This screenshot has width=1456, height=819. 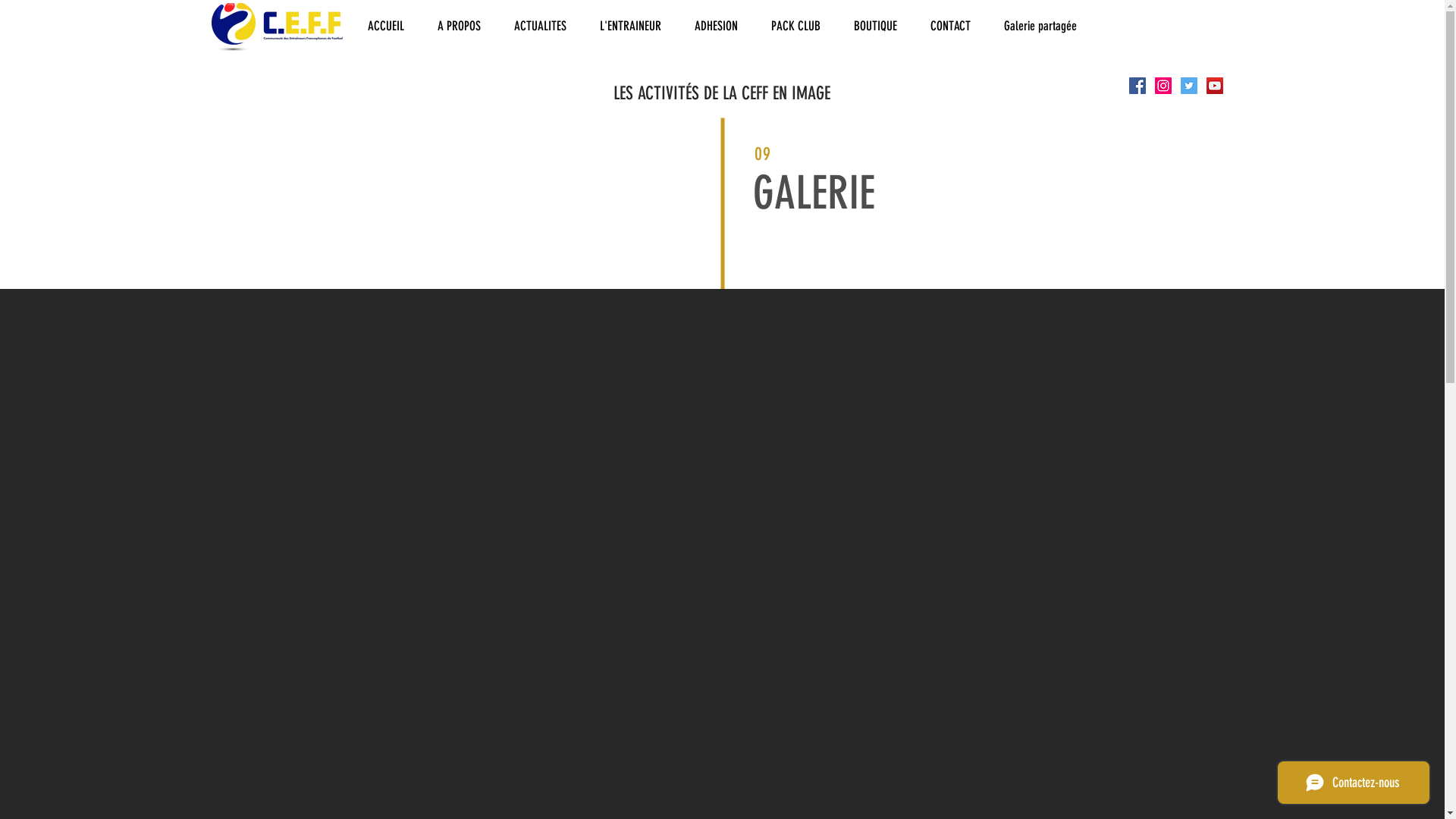 What do you see at coordinates (457, 26) in the screenshot?
I see `'A PROPOS'` at bounding box center [457, 26].